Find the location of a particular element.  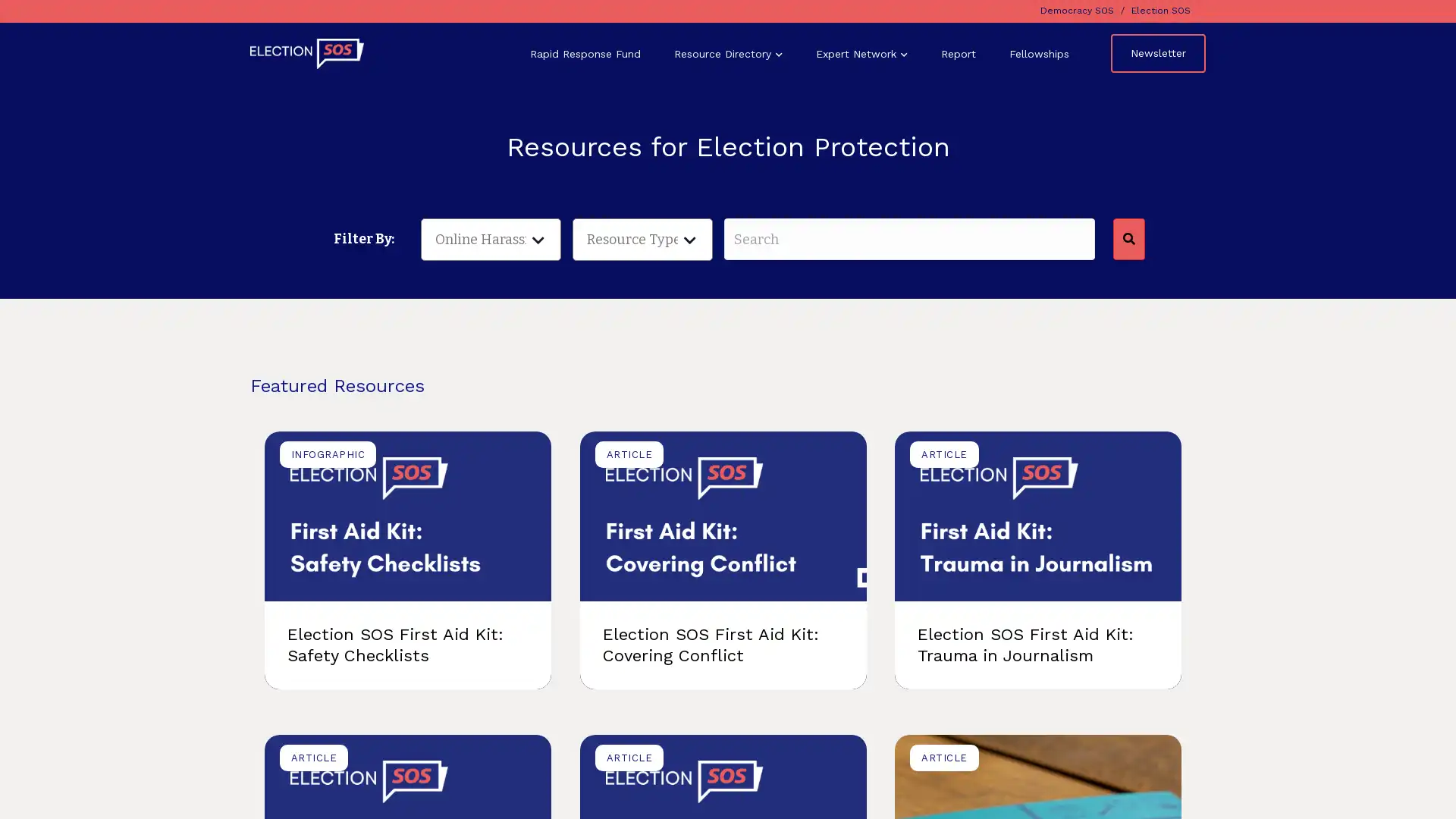

Submit search is located at coordinates (1127, 239).